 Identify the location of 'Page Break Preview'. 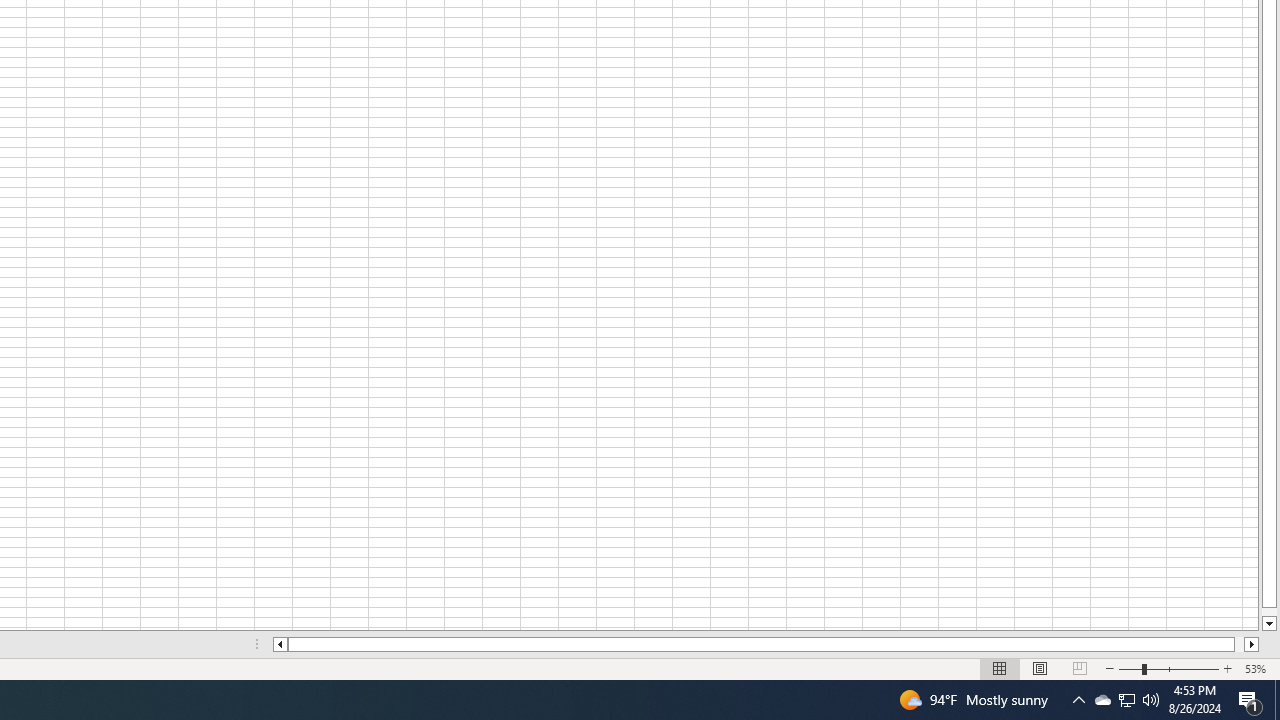
(1078, 669).